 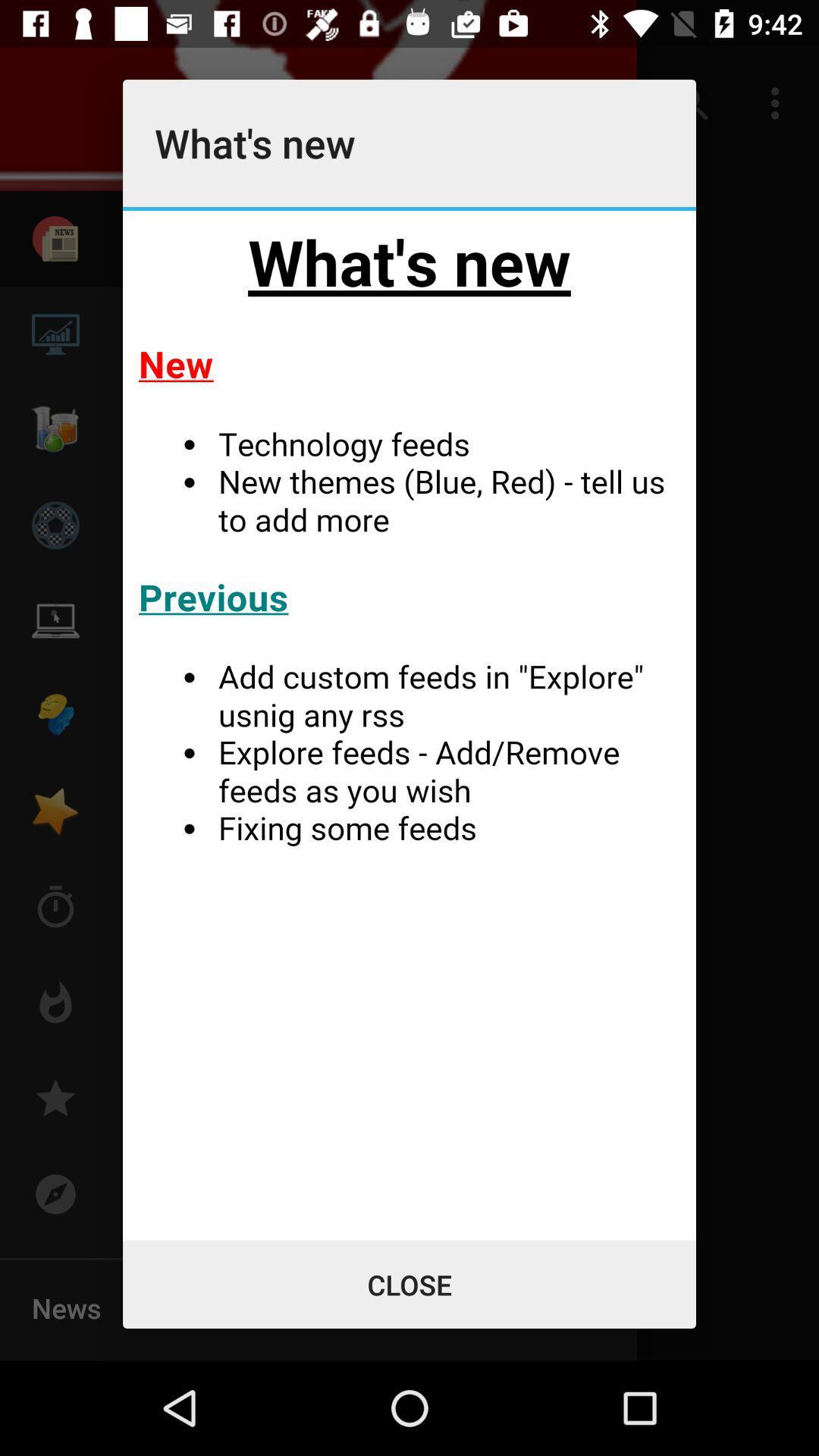 What do you see at coordinates (409, 724) in the screenshot?
I see `whats new pop up` at bounding box center [409, 724].